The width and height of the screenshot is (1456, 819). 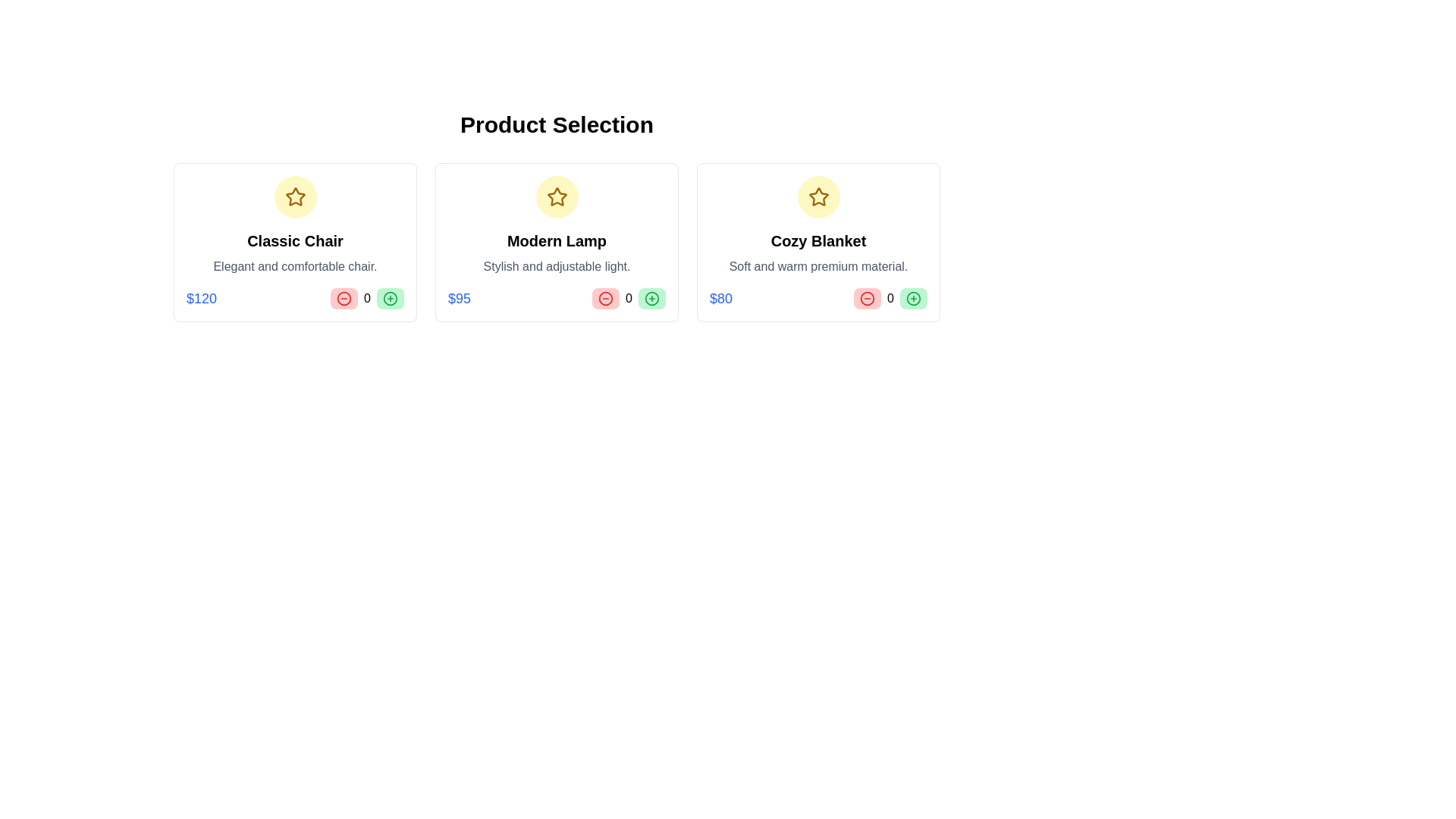 What do you see at coordinates (556, 196) in the screenshot?
I see `the star-shaped icon button with a yellow color fill located at the top of the 'Cozy Blanket' card` at bounding box center [556, 196].